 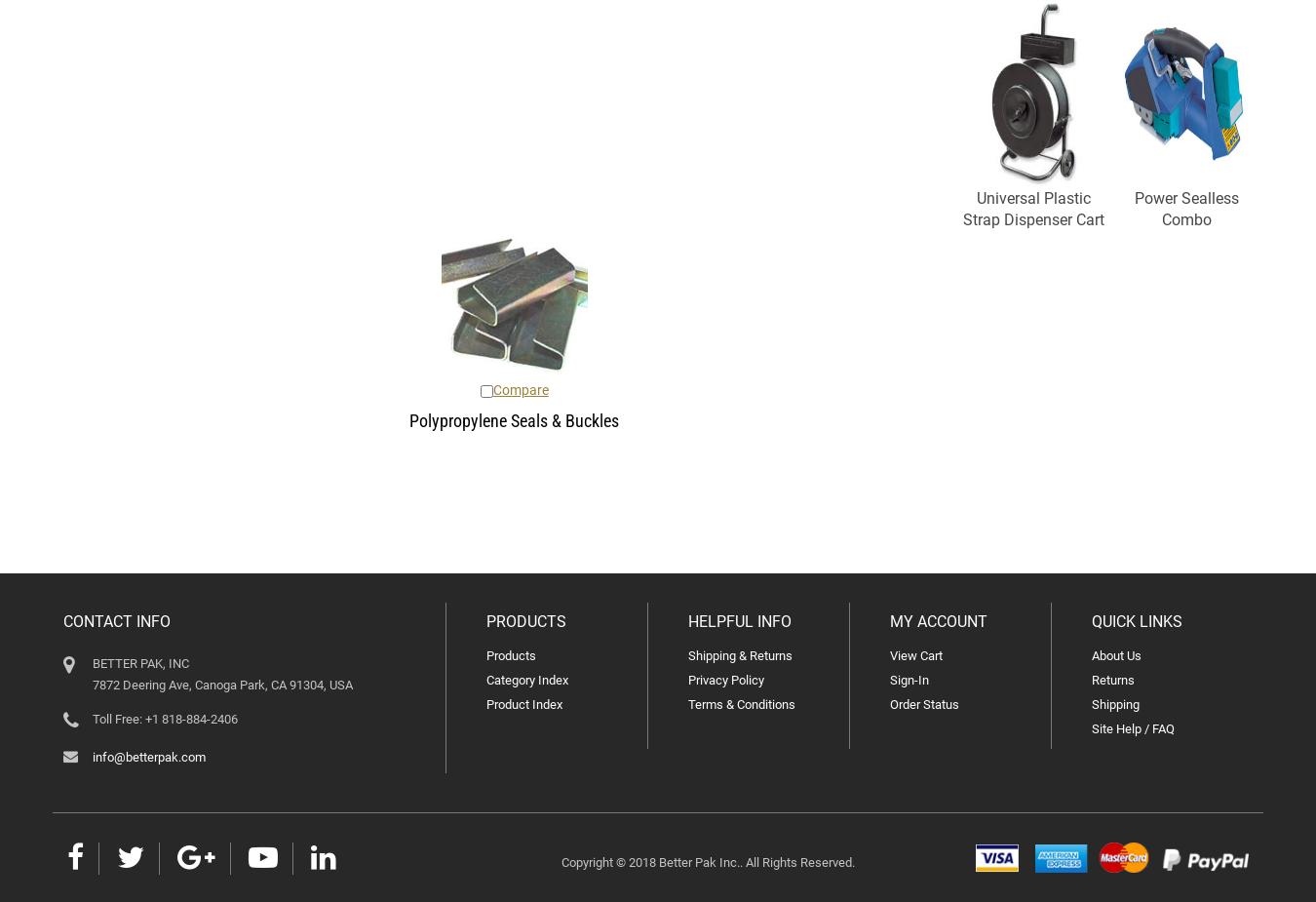 What do you see at coordinates (525, 680) in the screenshot?
I see `'Category Index'` at bounding box center [525, 680].